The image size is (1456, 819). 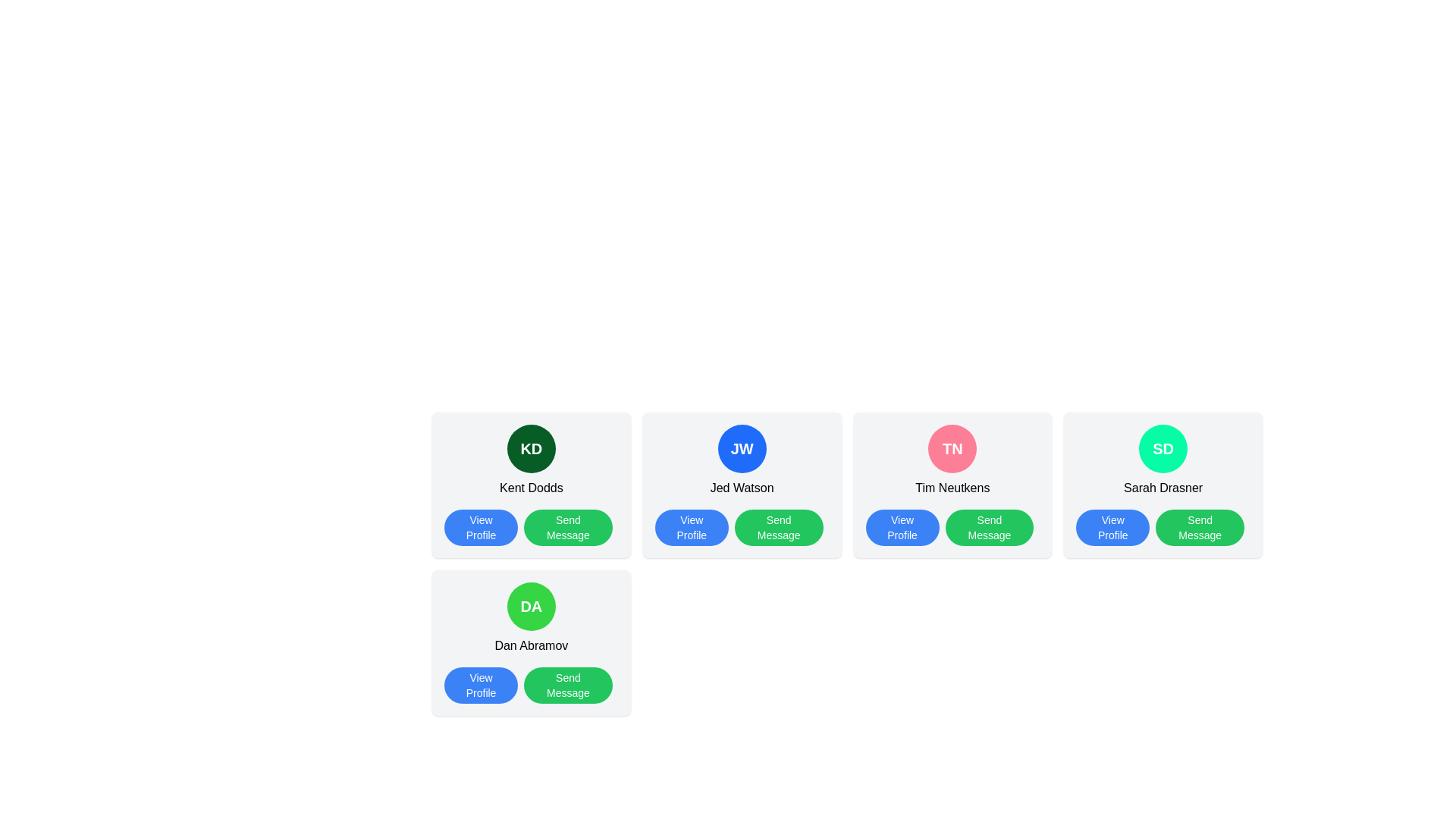 I want to click on the 'View Profile' button, which is a rounded rectangular button with a blue background and white text, so click(x=480, y=526).